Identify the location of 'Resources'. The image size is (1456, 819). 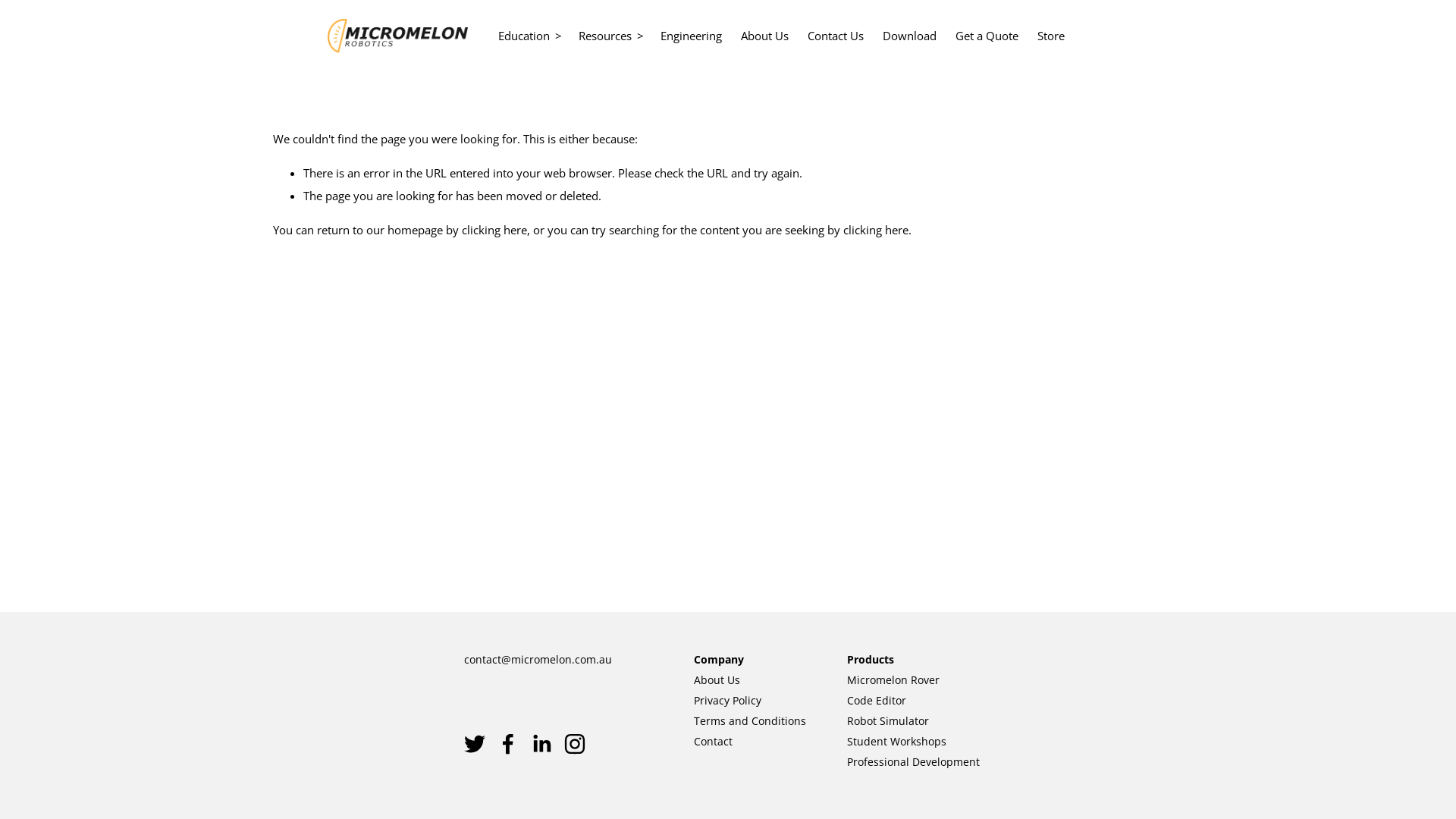
(611, 35).